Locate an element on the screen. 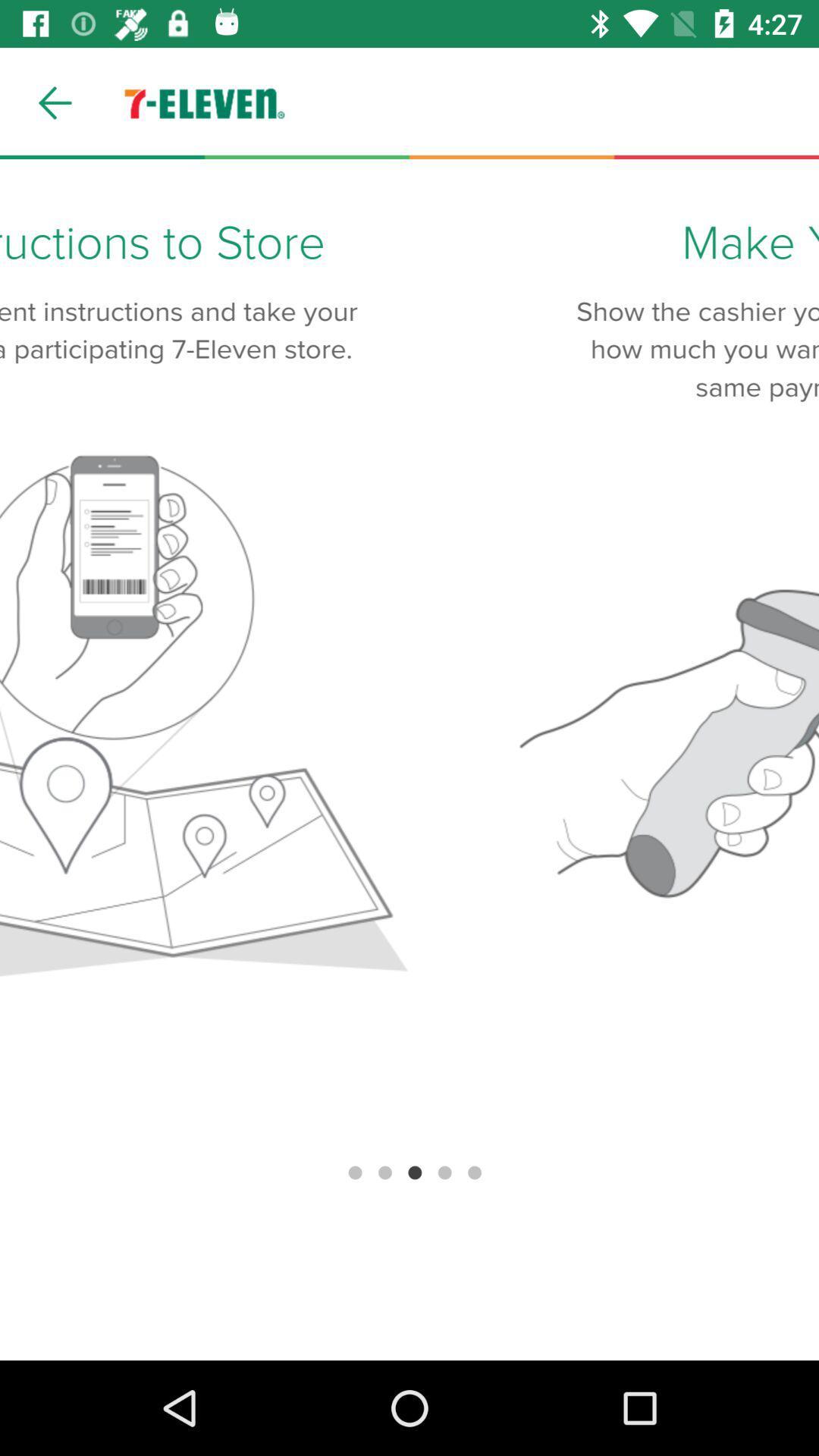  7-elevein page is located at coordinates (409, 760).